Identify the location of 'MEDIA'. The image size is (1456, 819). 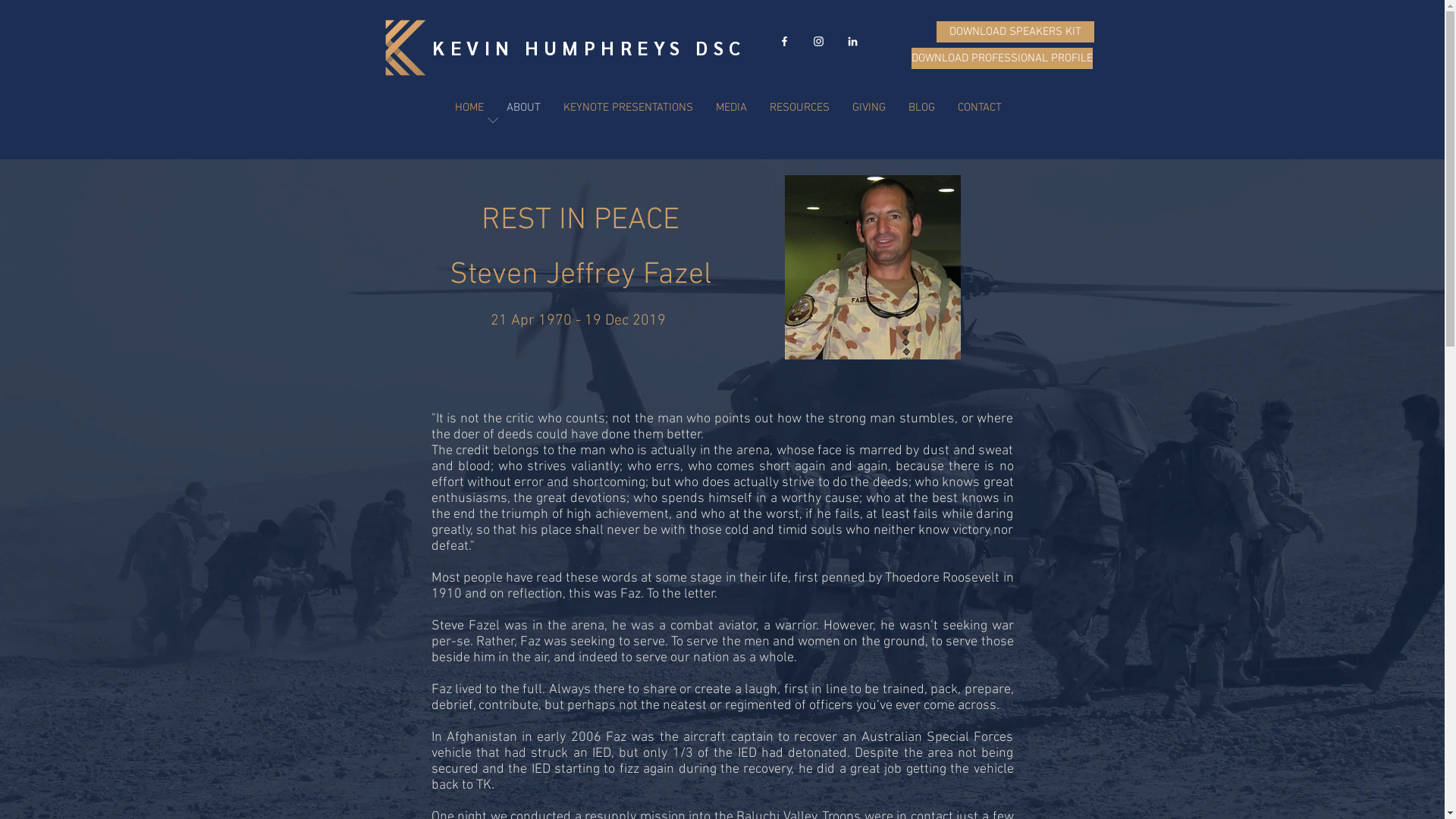
(730, 107).